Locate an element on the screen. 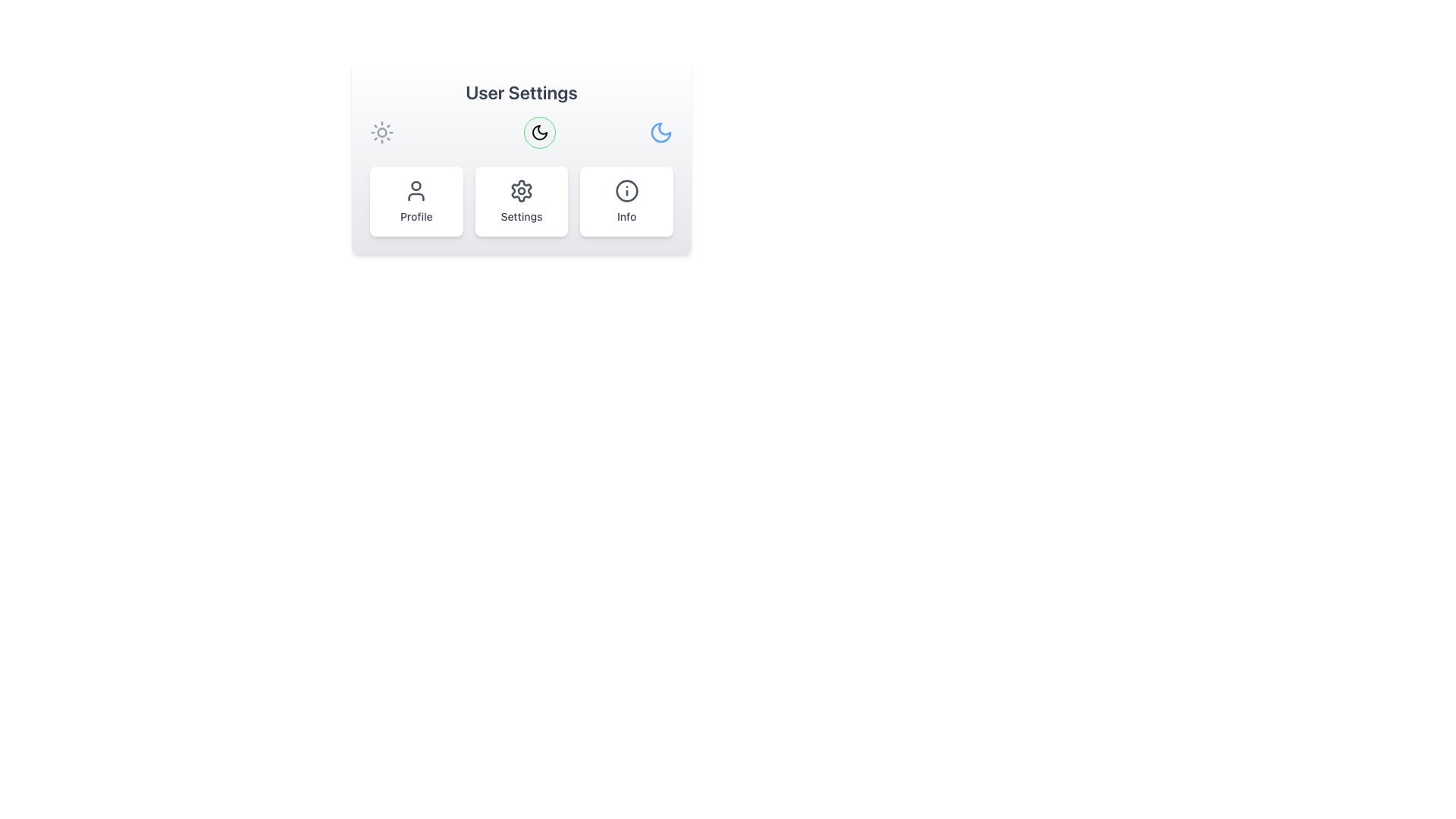 This screenshot has width=1456, height=819. the filled circular element located at the center of the sun-shaped icon in the top-left of the interface is located at coordinates (382, 131).